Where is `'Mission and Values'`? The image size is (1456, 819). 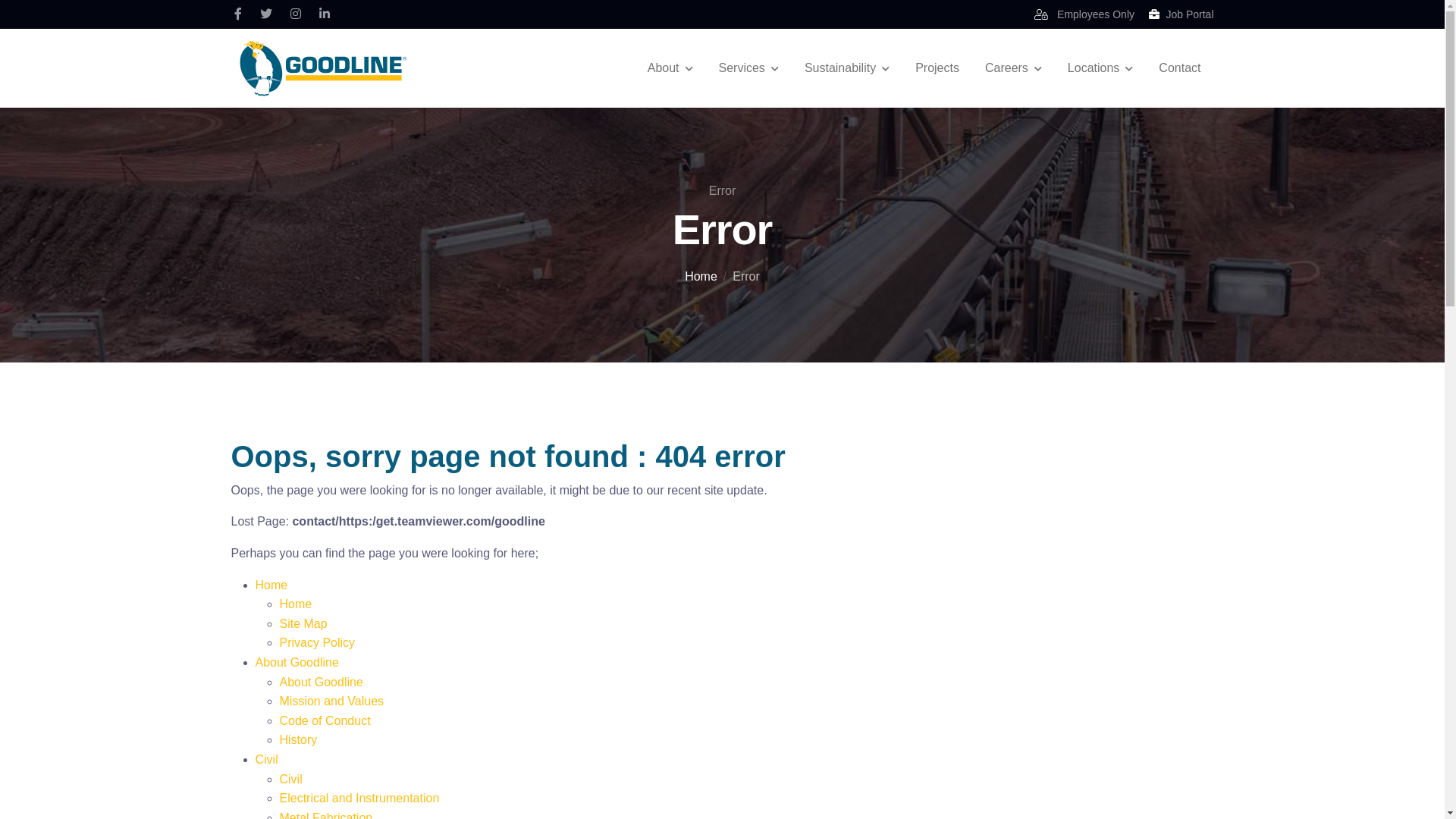
'Mission and Values' is located at coordinates (279, 701).